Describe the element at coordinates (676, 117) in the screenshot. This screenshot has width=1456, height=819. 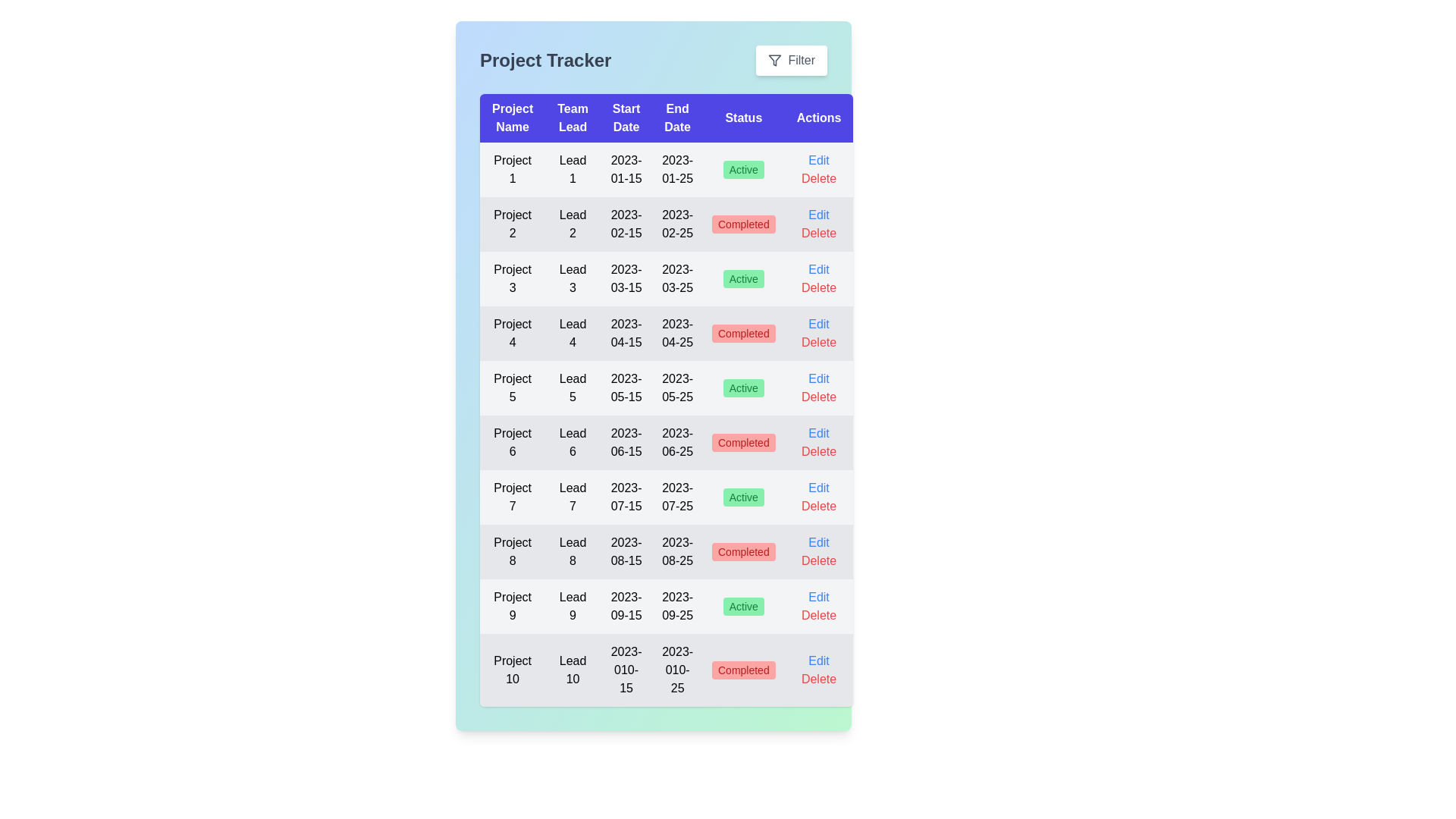
I see `the column header corresponding to End Date to sort by that column` at that location.